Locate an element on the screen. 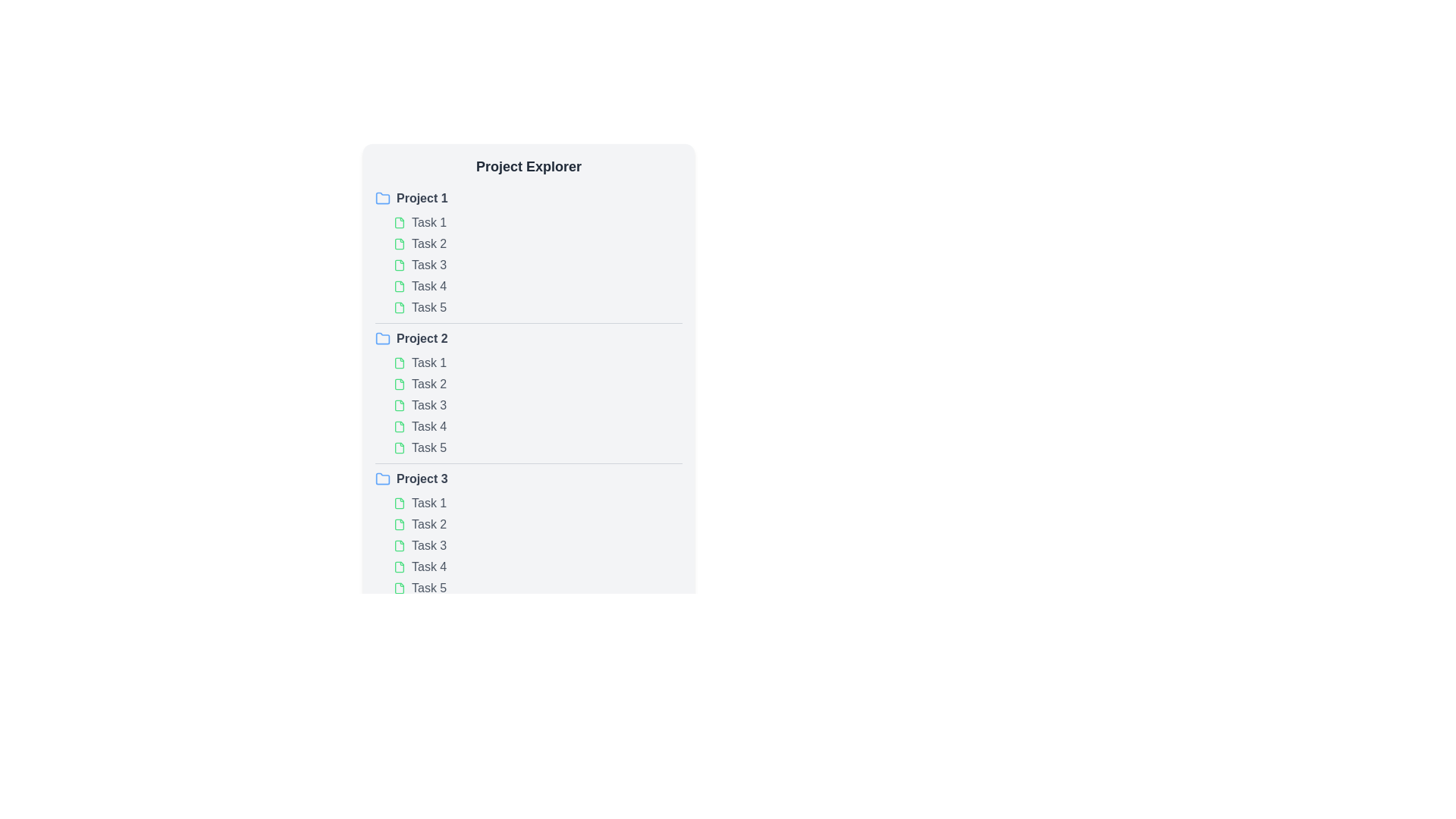 Image resolution: width=1456 pixels, height=819 pixels. the document icon representing Task 5 under Project 3, located at the bottom of the task listing is located at coordinates (400, 587).